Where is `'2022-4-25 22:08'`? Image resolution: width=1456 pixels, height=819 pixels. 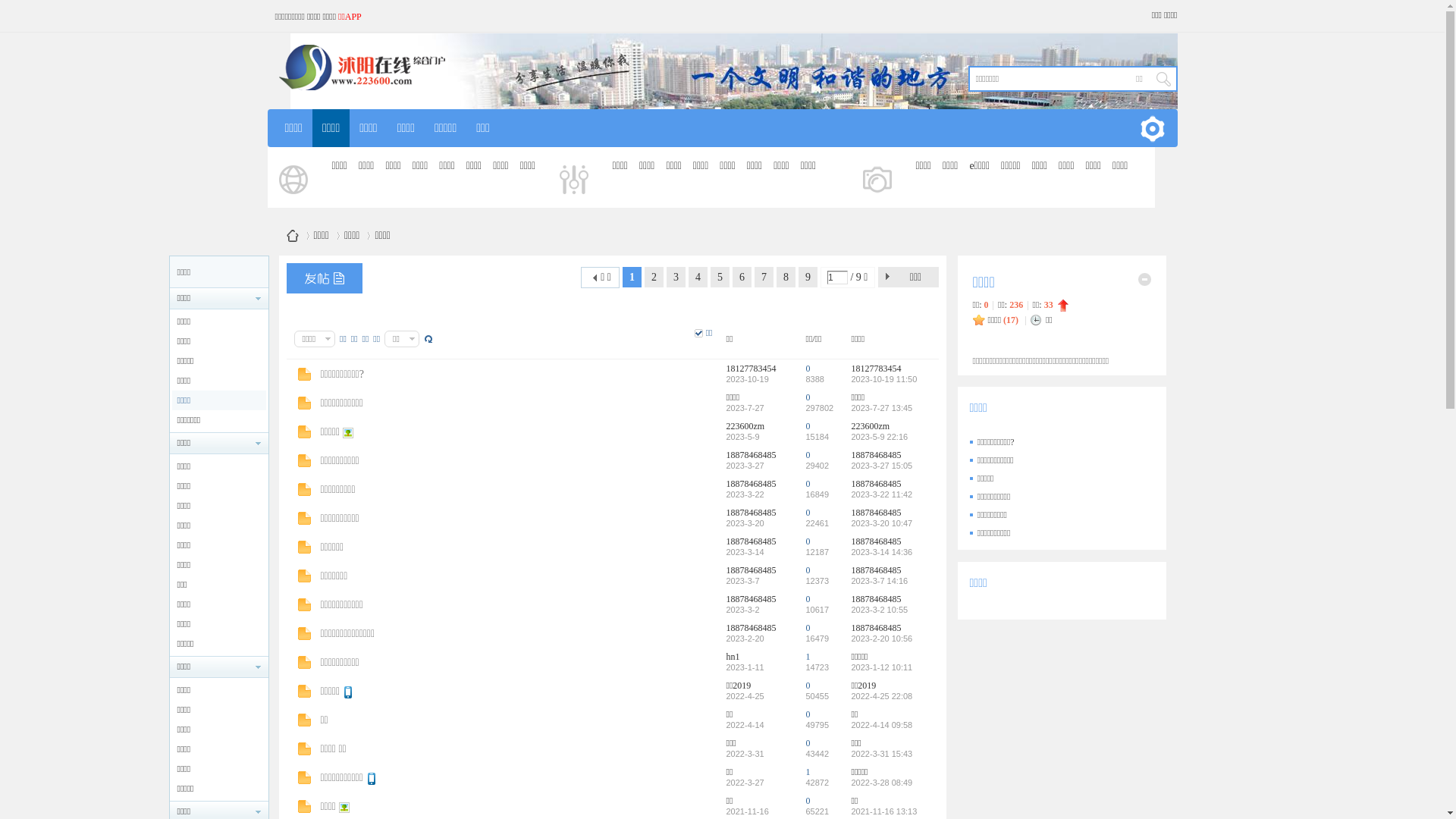
'2022-4-25 22:08' is located at coordinates (881, 696).